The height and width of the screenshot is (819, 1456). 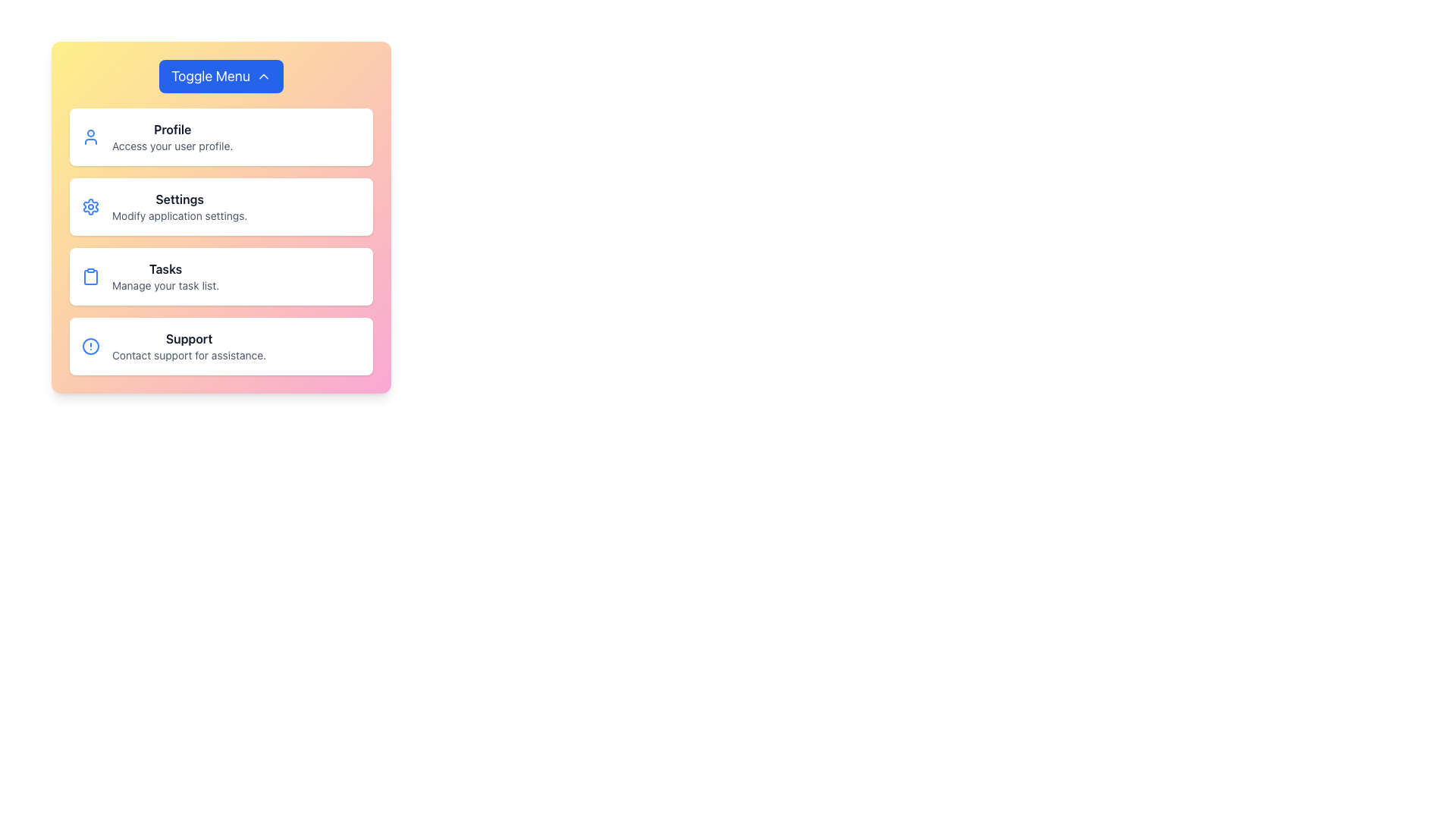 I want to click on the alert icon located to the left of the text 'Contact support for assistance' under the 'Support' option at the bottom of the card, so click(x=90, y=346).